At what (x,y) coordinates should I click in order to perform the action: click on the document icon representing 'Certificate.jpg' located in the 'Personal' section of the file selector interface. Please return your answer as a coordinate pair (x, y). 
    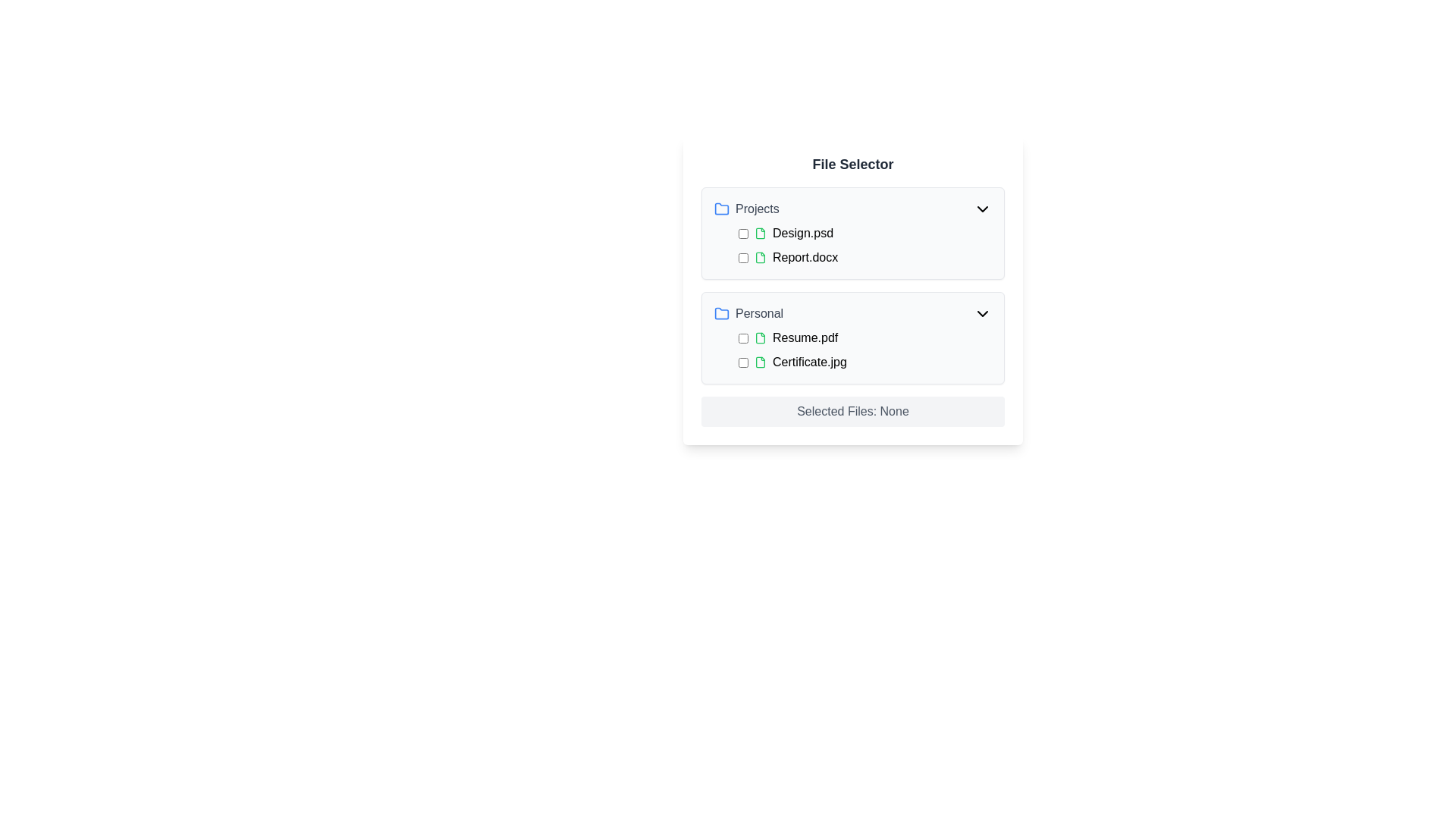
    Looking at the image, I should click on (761, 362).